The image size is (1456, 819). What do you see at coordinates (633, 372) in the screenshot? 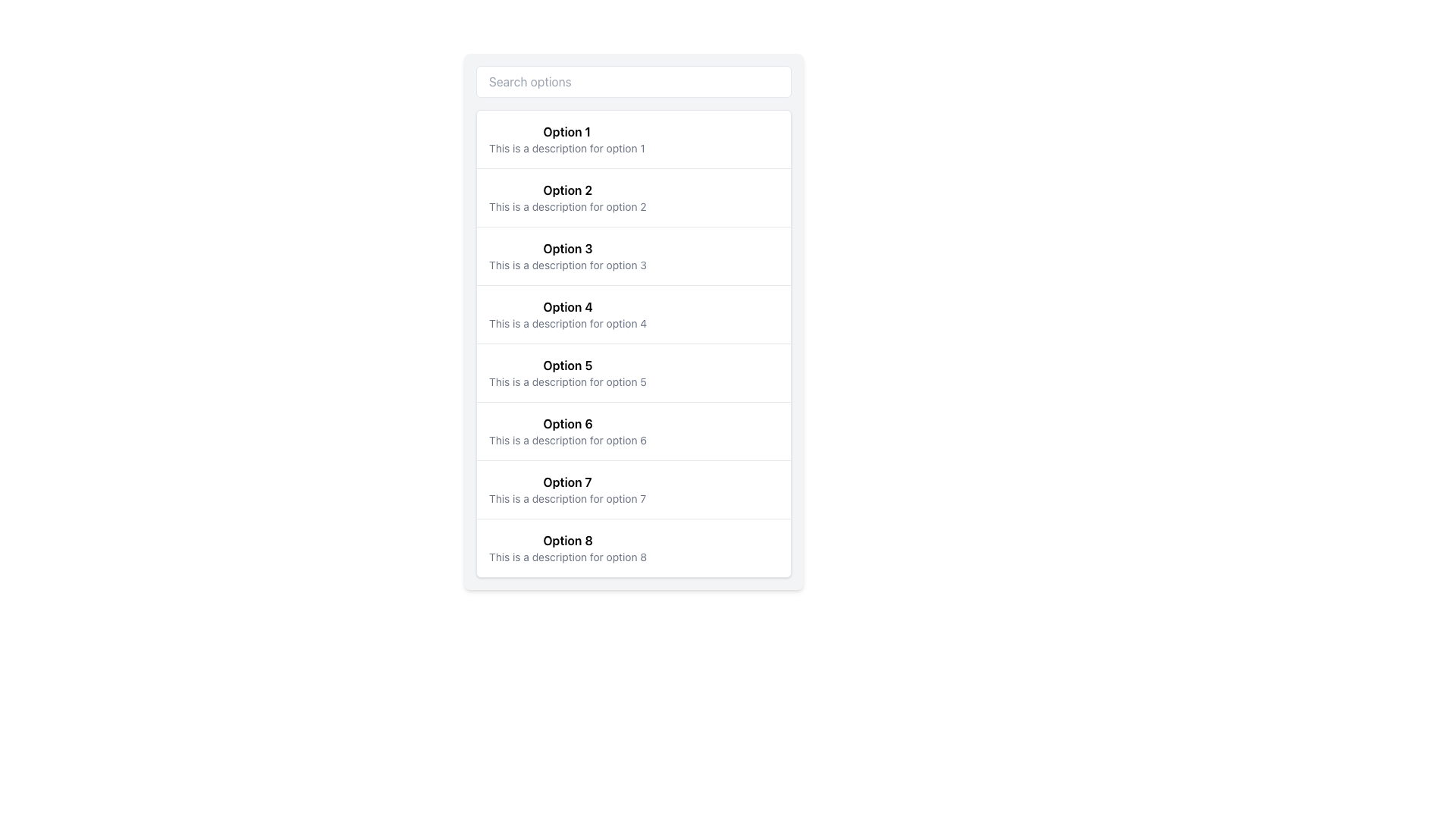
I see `the selectable list item labeled 'Option 5' with a description that reads 'This is a description for option 5'` at bounding box center [633, 372].